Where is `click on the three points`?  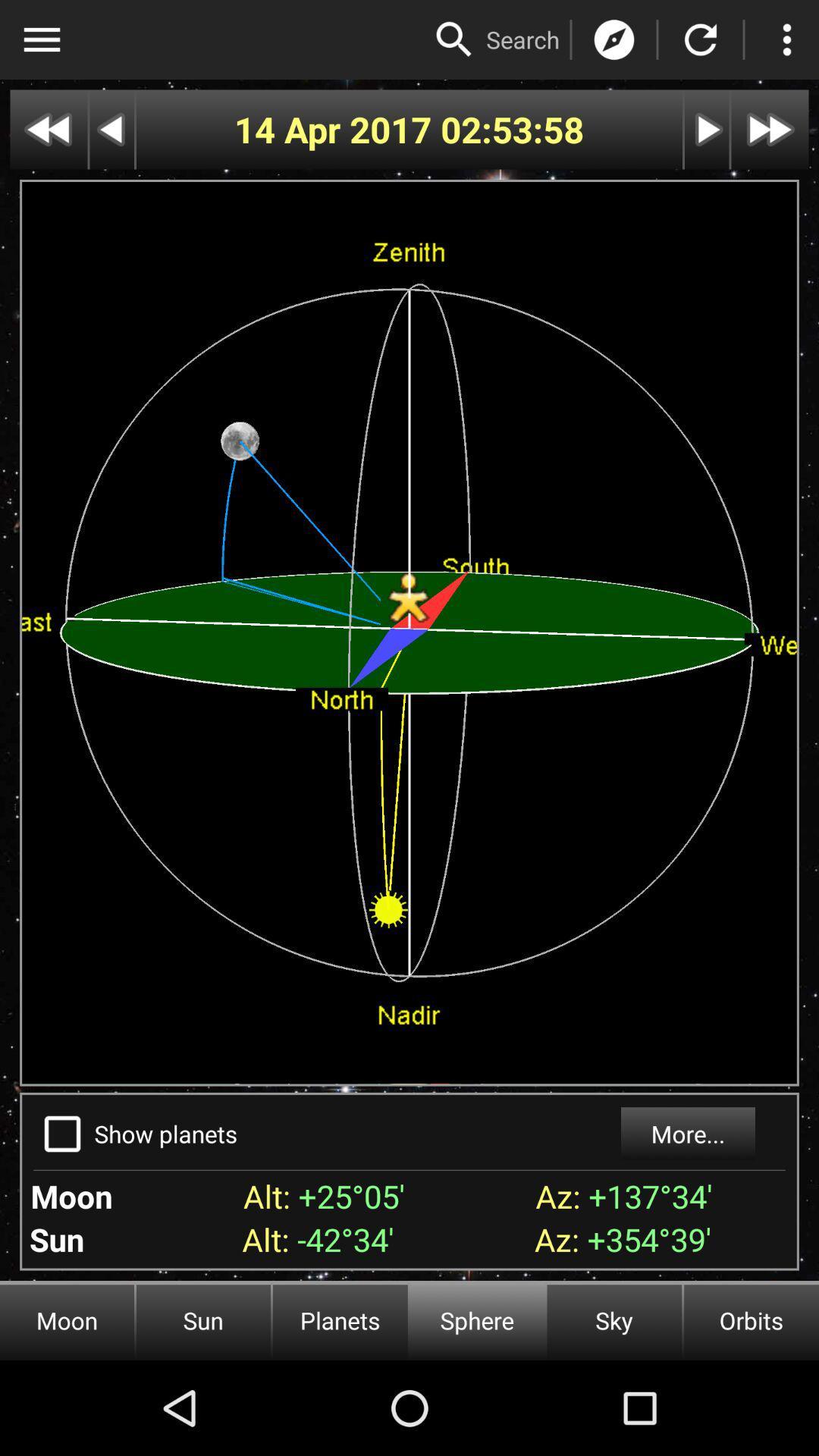 click on the three points is located at coordinates (786, 39).